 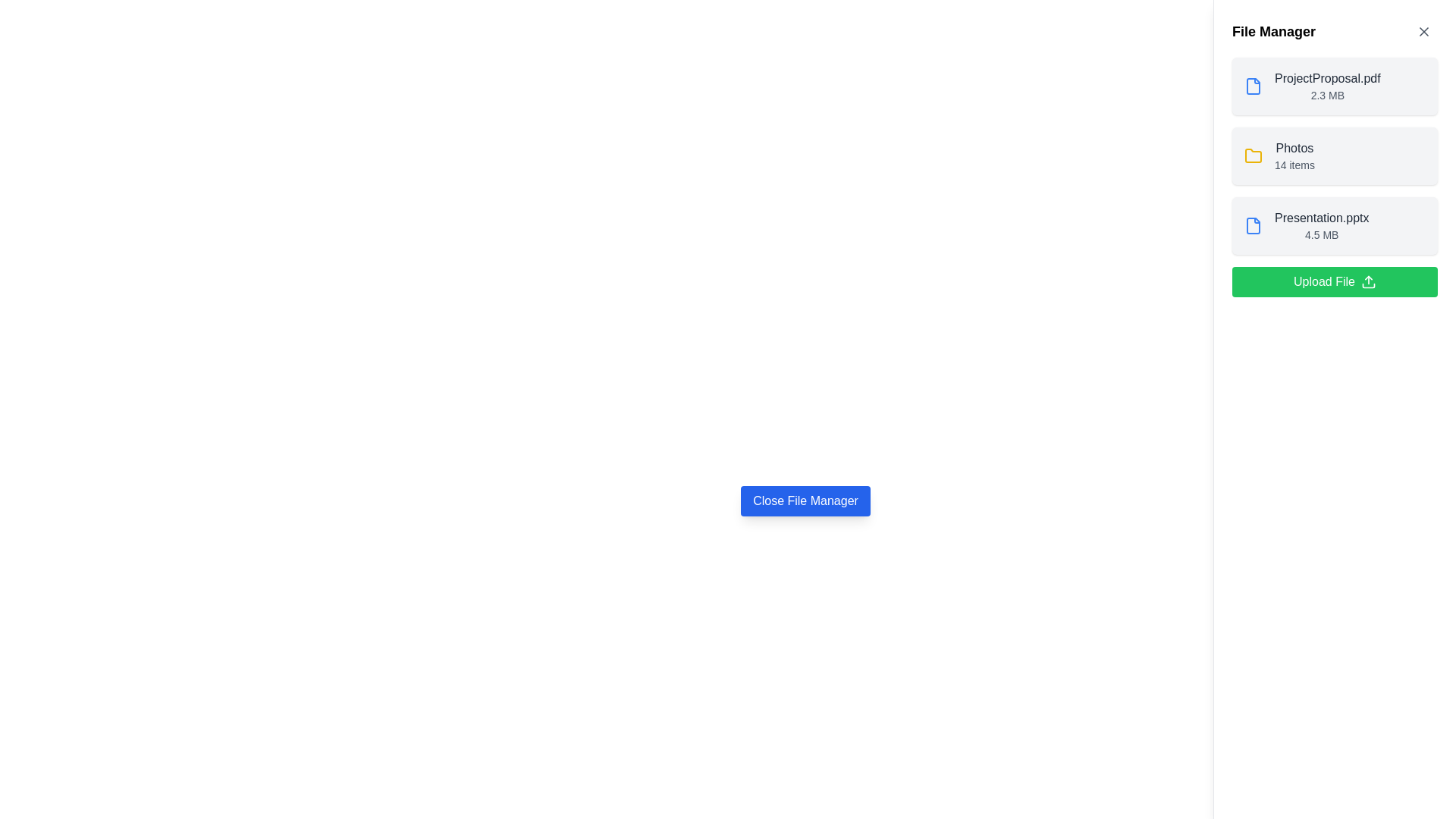 I want to click on the small blue file icon located to the left of 'Presentation.pptx' in the file manager list panel, so click(x=1253, y=225).